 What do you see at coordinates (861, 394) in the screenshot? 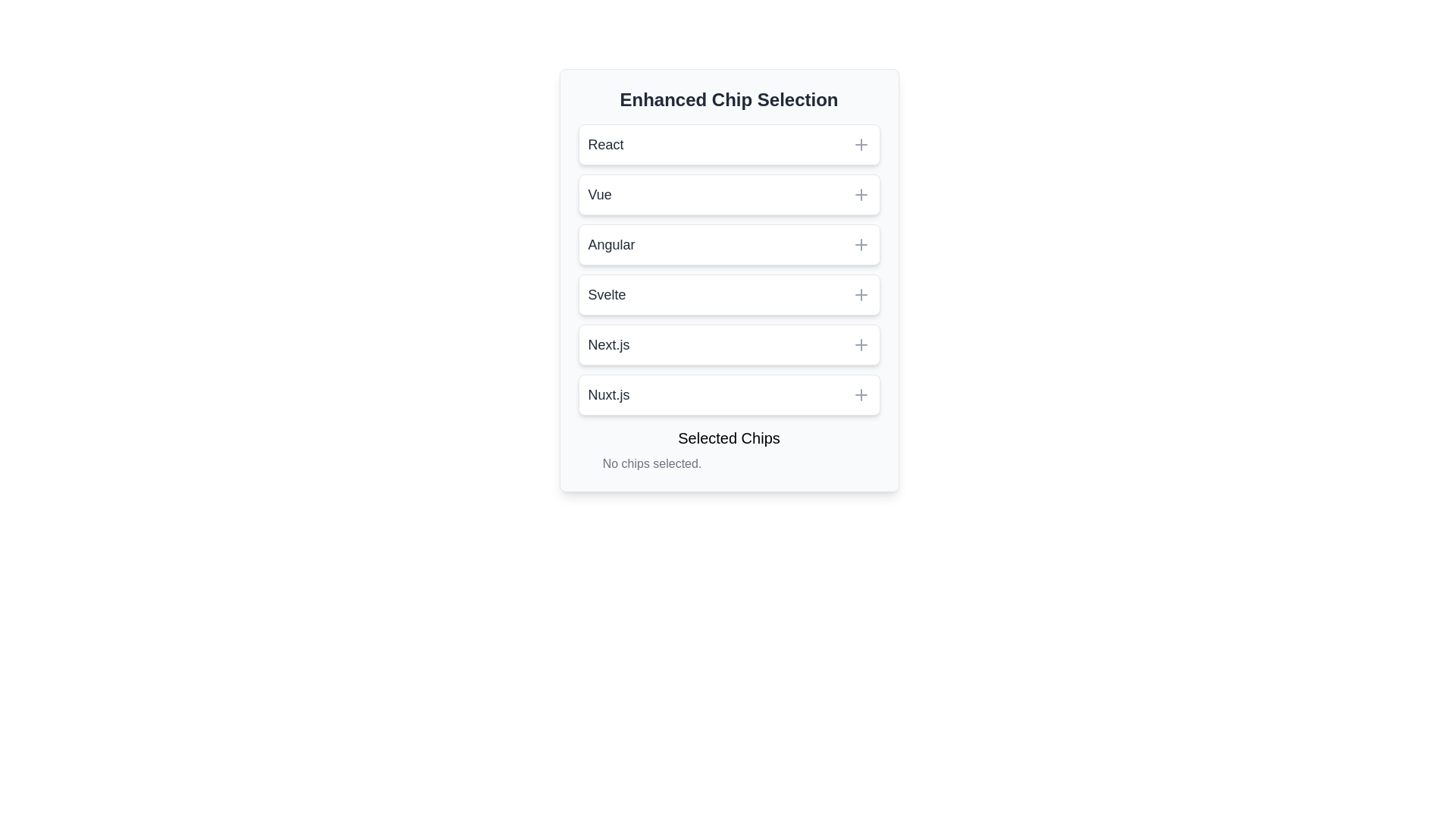
I see `the interactive icon on the right edge of the 'Nuxt.js' button` at bounding box center [861, 394].